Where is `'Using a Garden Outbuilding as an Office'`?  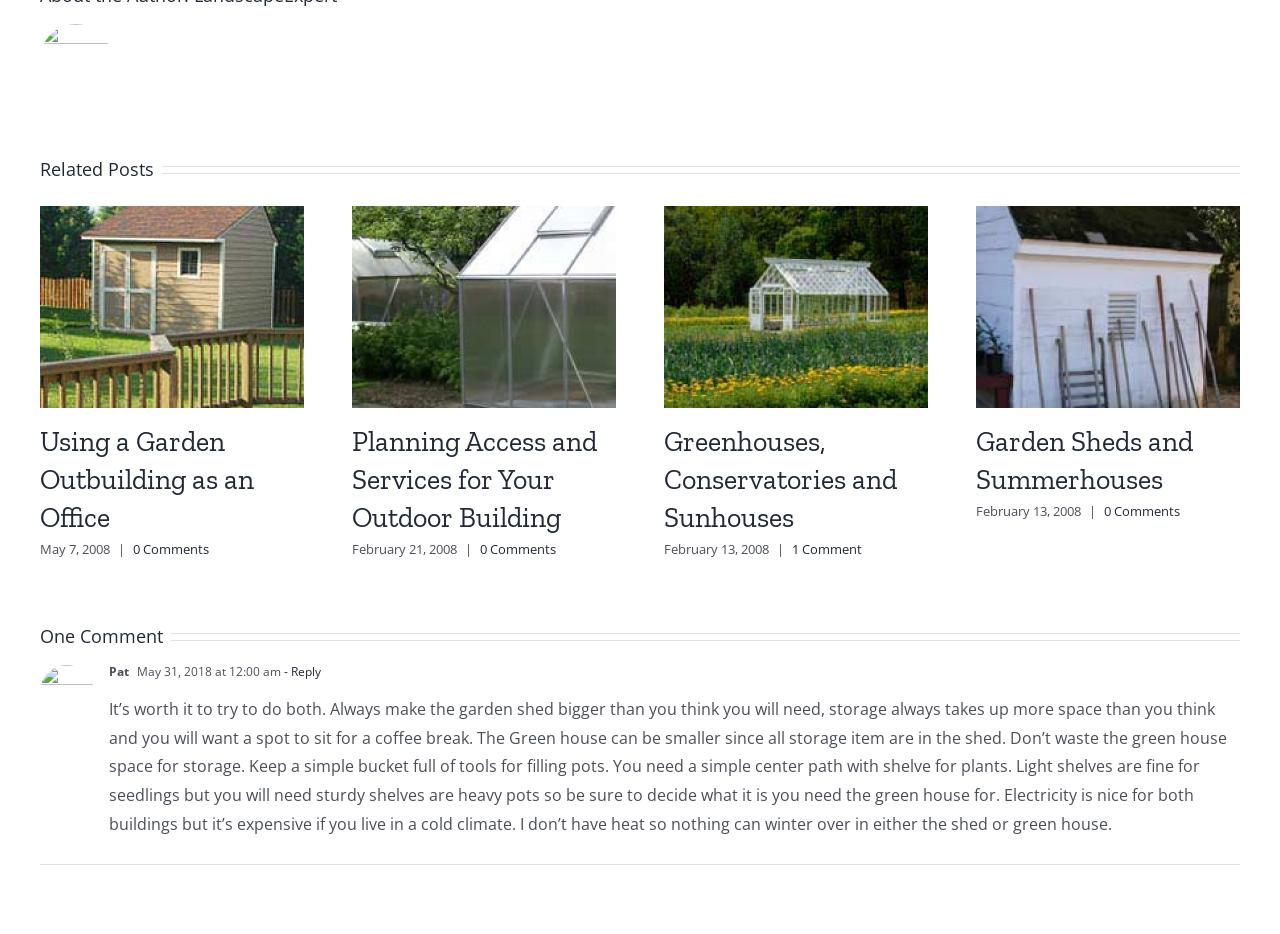 'Using a Garden Outbuilding as an Office' is located at coordinates (145, 478).